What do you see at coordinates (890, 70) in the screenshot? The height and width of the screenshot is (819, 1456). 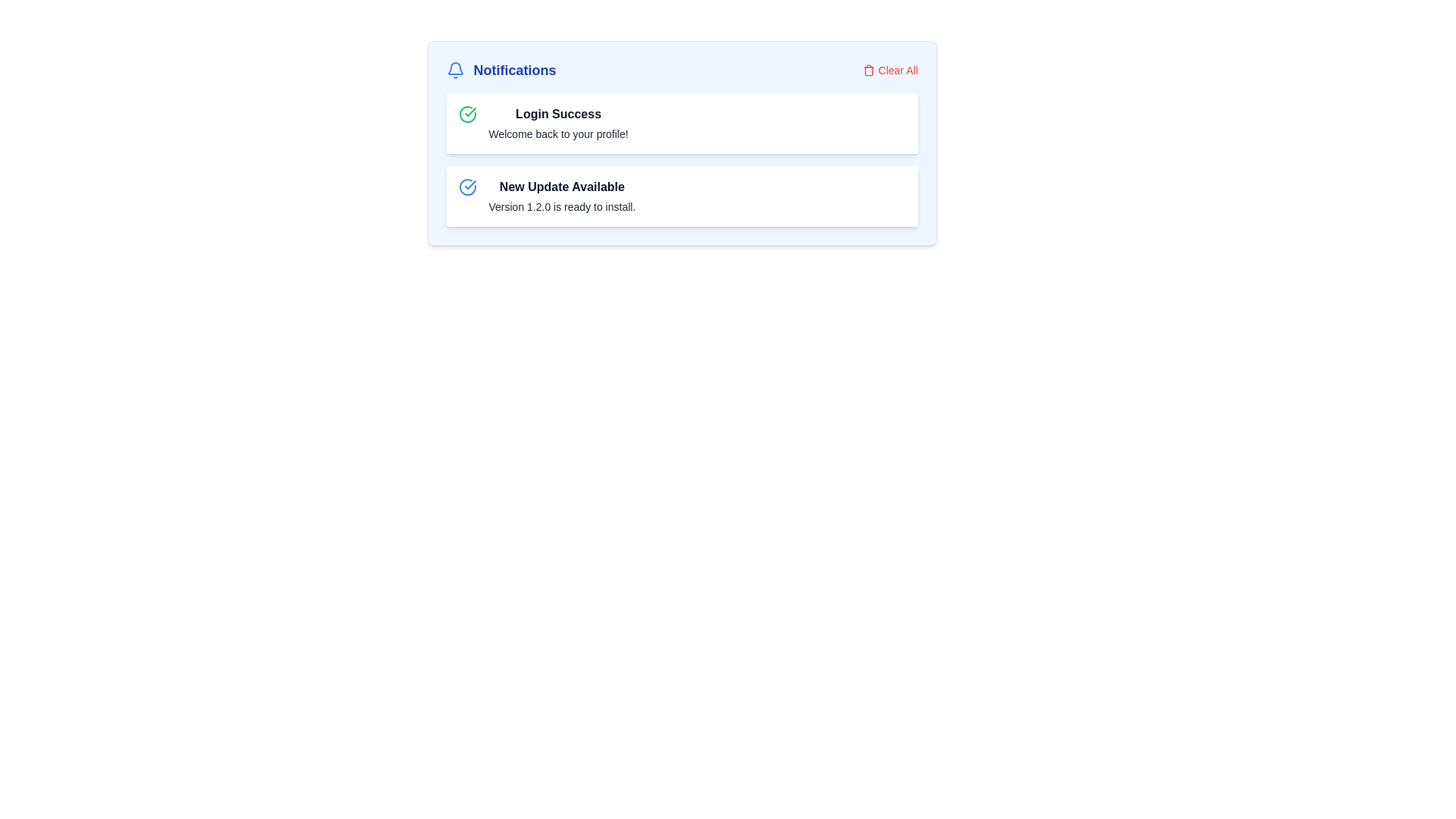 I see `the 'Clear All' button with a red trash icon located in the top-right corner of the notifications panel to clear notifications` at bounding box center [890, 70].